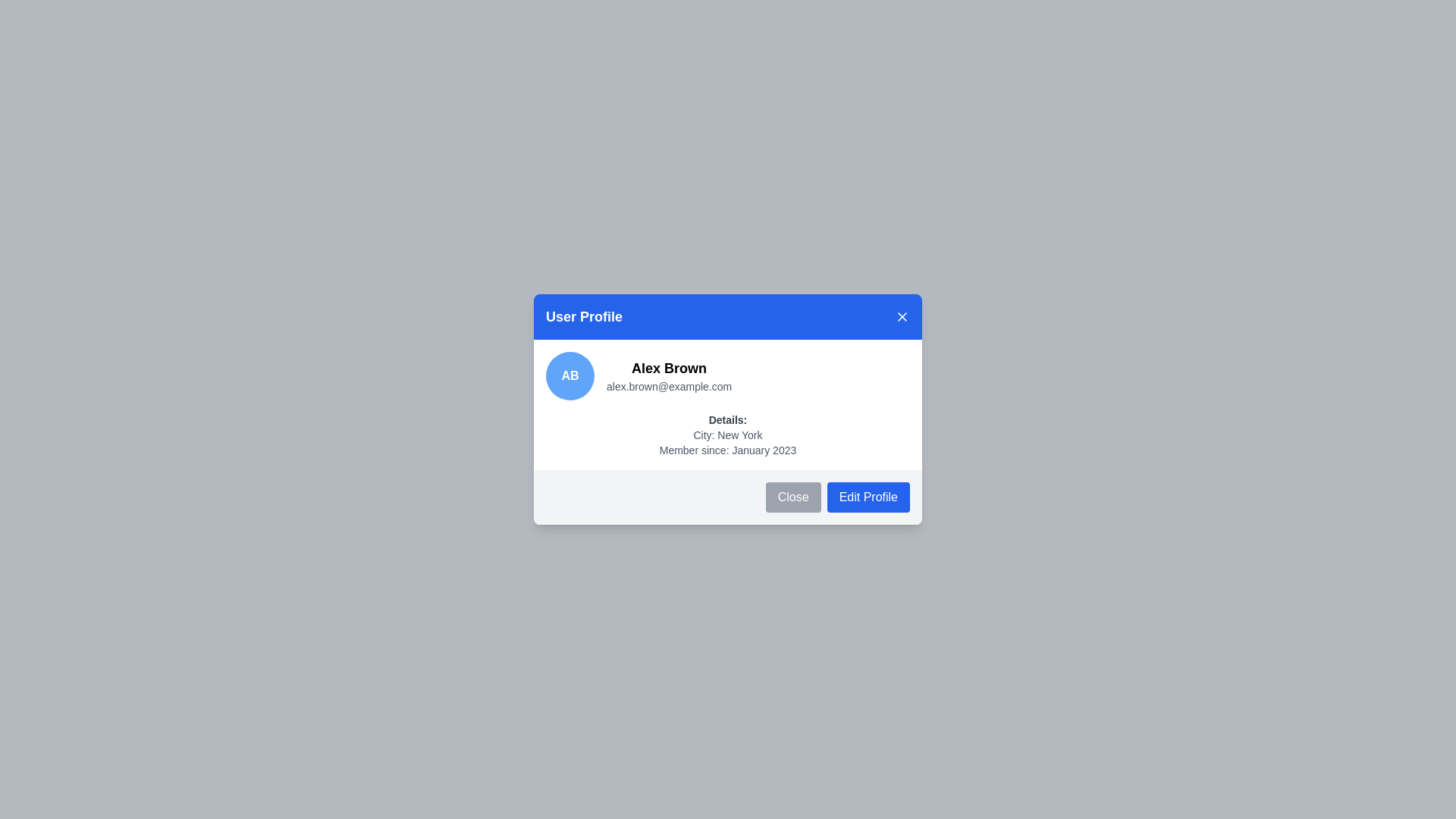 This screenshot has width=1456, height=819. I want to click on details provided within the Profile Display Card that contains the user's name 'Alex Brown', email 'alex.brown@example.com', city 'New York', and membership date 'January 2023', so click(728, 403).